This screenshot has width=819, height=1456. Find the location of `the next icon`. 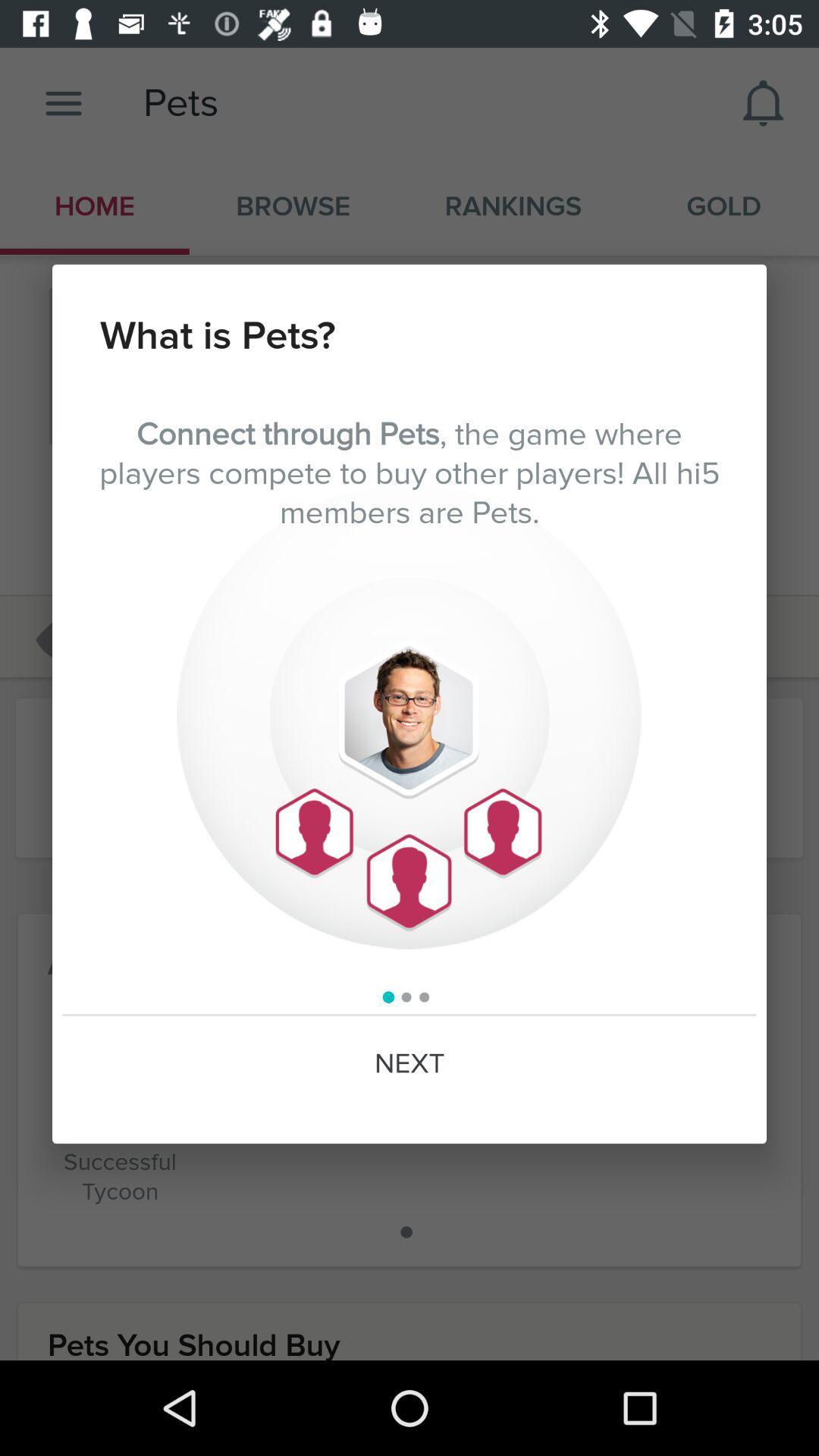

the next icon is located at coordinates (409, 1063).